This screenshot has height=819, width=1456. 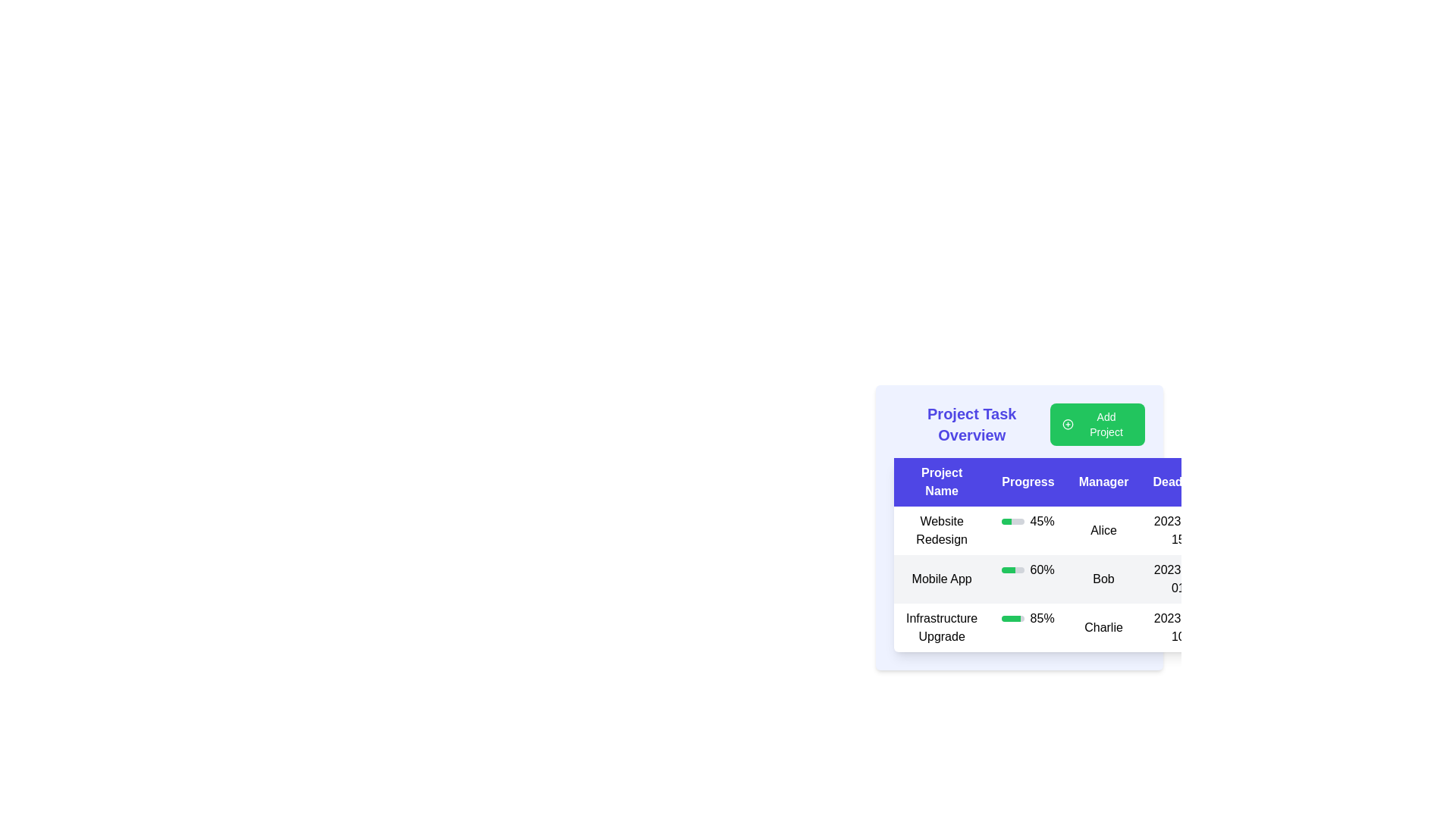 What do you see at coordinates (941, 529) in the screenshot?
I see `on the text label for the project named 'Website Redesign' located in the first column of the project table` at bounding box center [941, 529].